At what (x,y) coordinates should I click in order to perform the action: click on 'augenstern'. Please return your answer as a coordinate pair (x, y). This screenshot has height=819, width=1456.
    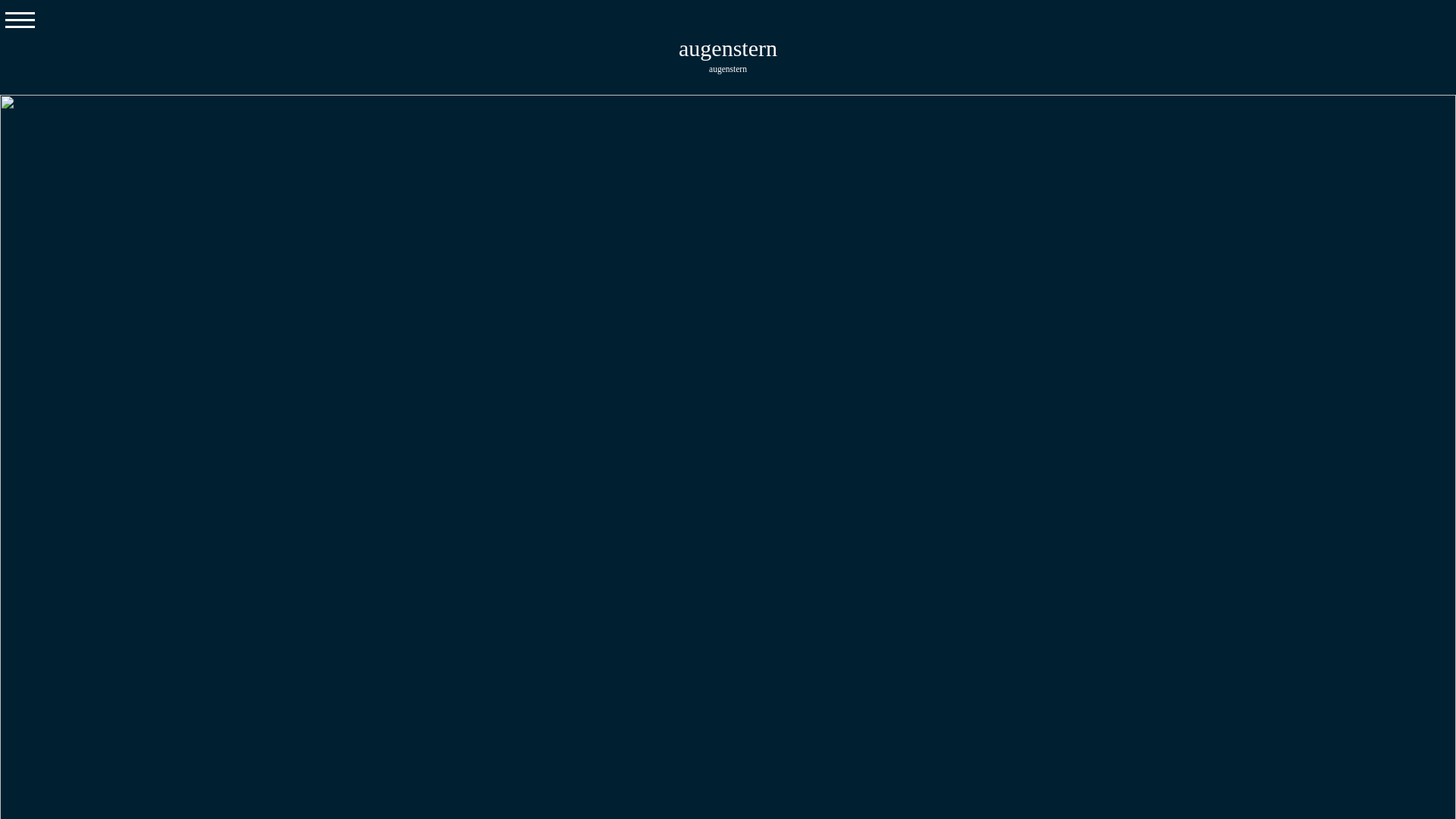
    Looking at the image, I should click on (677, 47).